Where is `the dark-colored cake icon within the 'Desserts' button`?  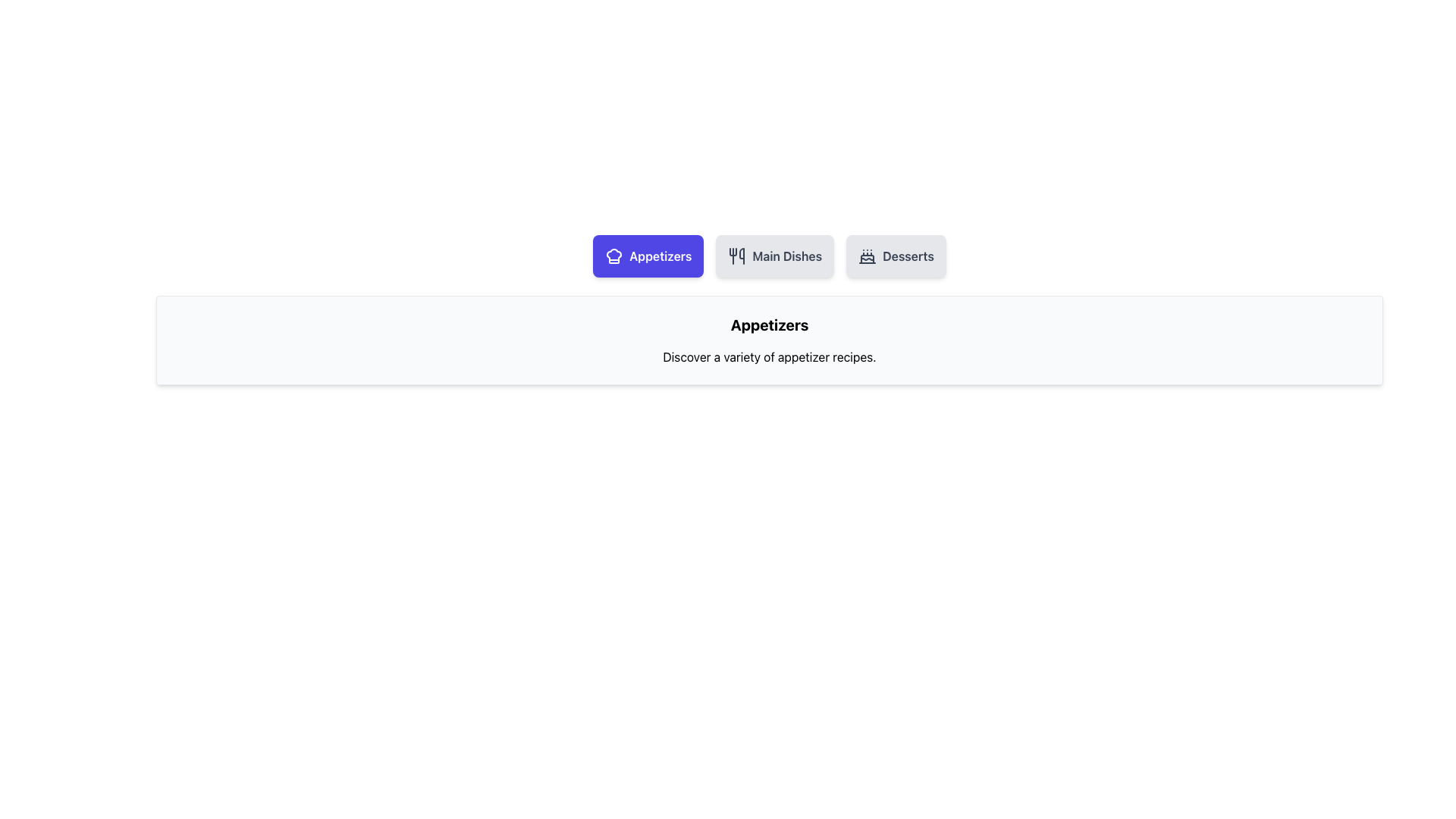
the dark-colored cake icon within the 'Desserts' button is located at coordinates (868, 256).